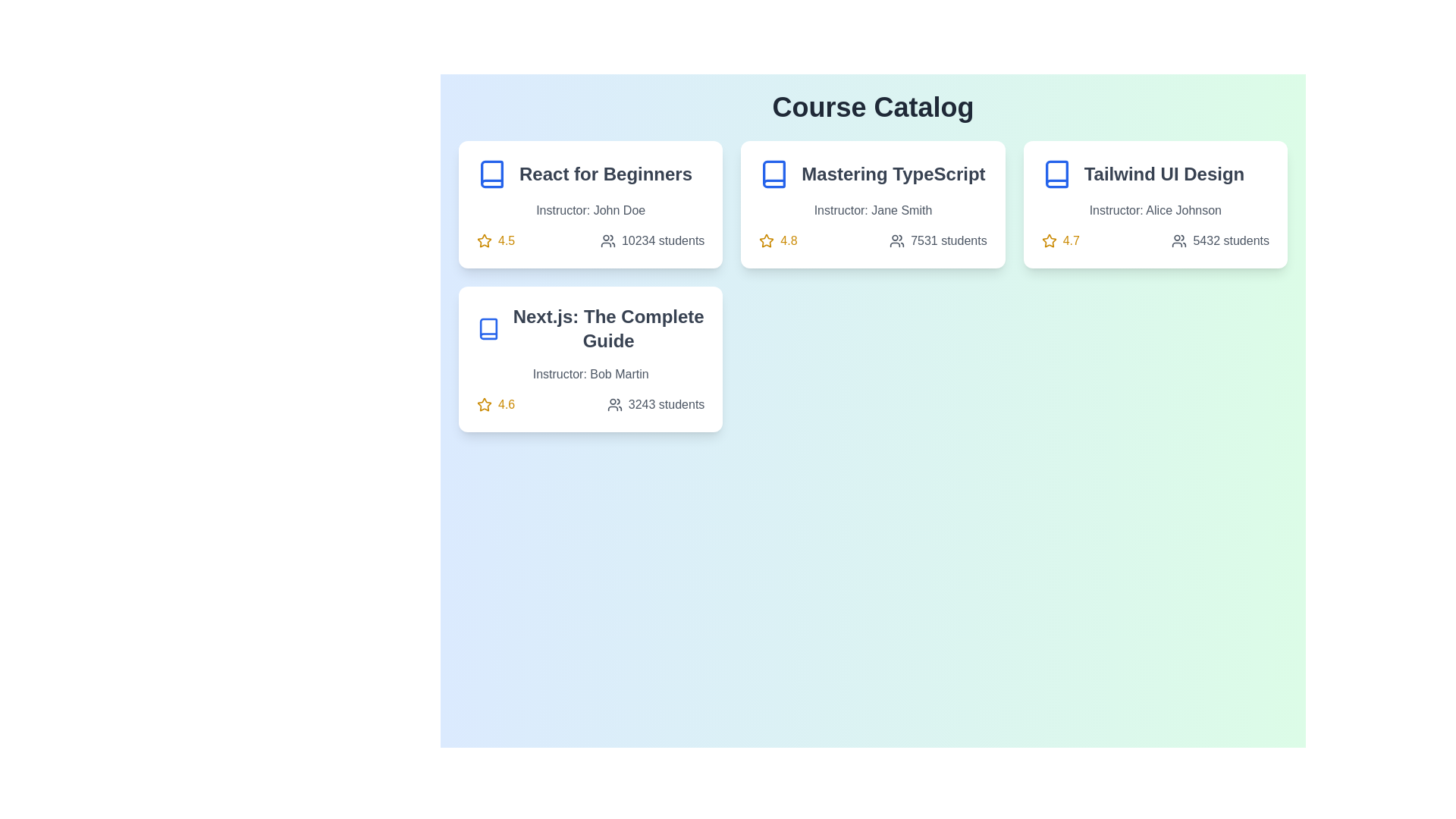 Image resolution: width=1456 pixels, height=819 pixels. Describe the element at coordinates (897, 240) in the screenshot. I see `the icon representing a group of individuals, which is located to the left of the text '7531 students' in the 'Mastering TypeScript' module of the course catalog` at that location.